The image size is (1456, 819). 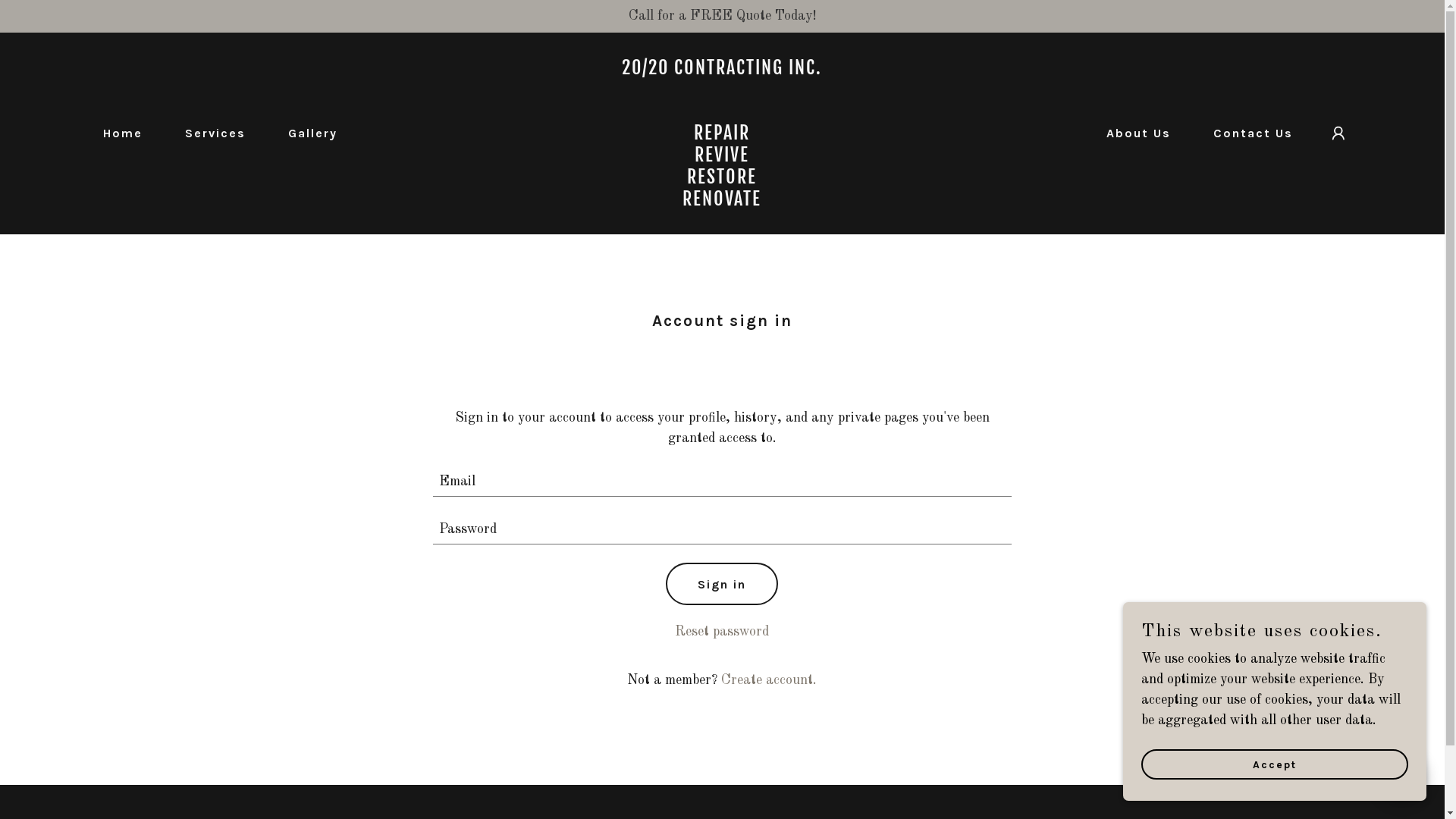 What do you see at coordinates (1247, 133) in the screenshot?
I see `'Contact Us'` at bounding box center [1247, 133].